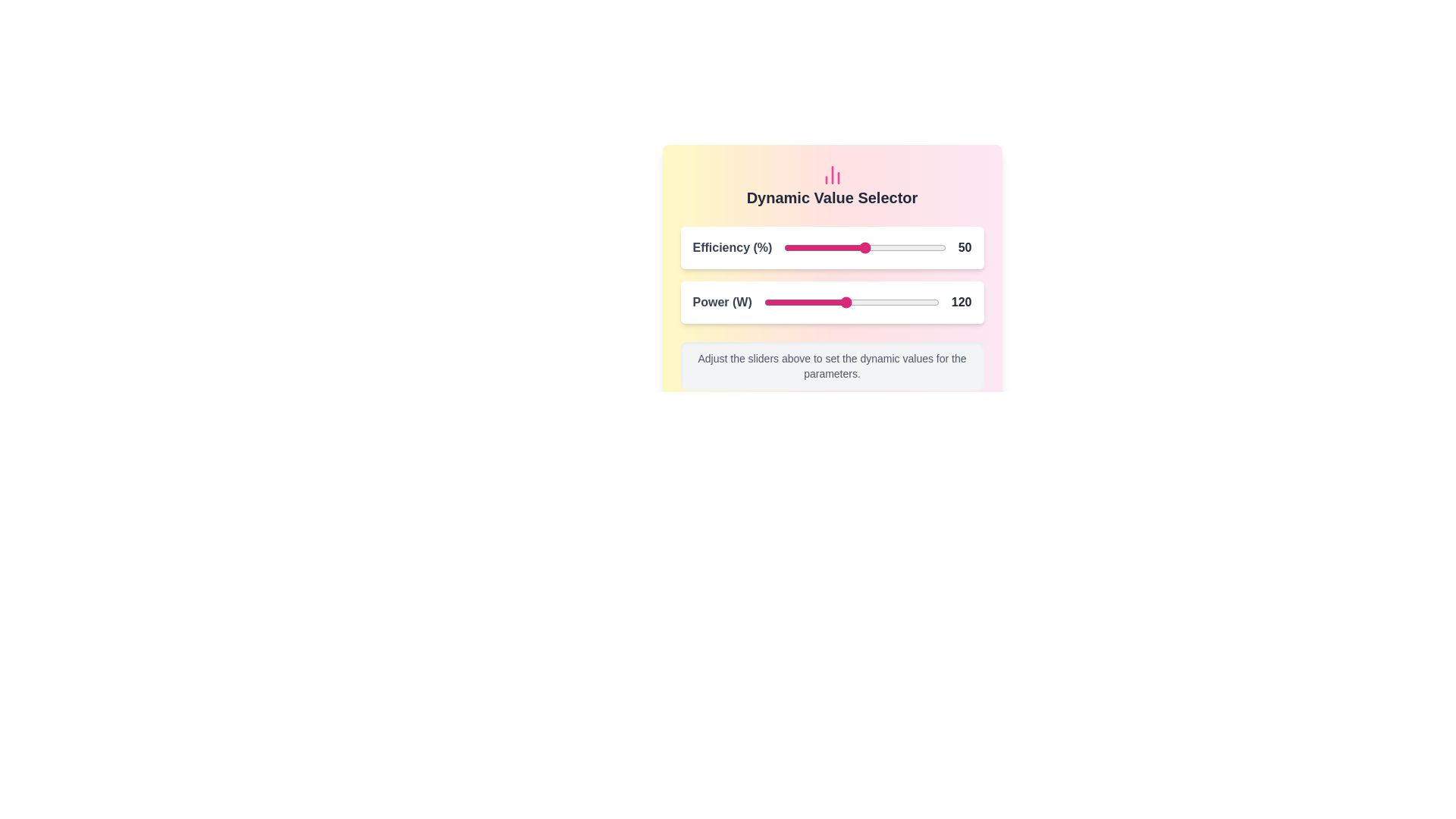 The height and width of the screenshot is (819, 1456). What do you see at coordinates (829, 247) in the screenshot?
I see `the Efficiency slider to 28 percentage` at bounding box center [829, 247].